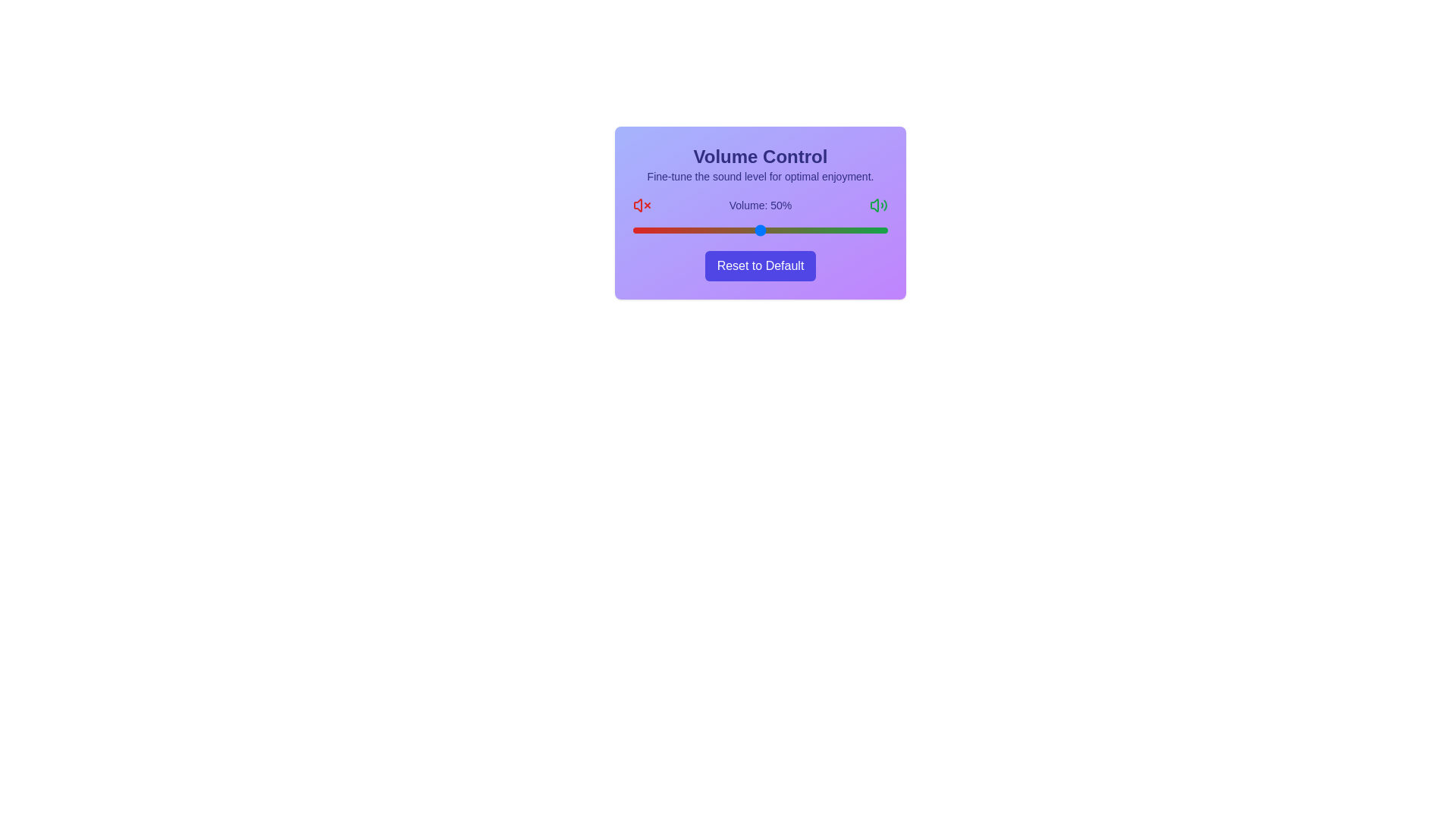 The width and height of the screenshot is (1456, 819). What do you see at coordinates (877, 231) in the screenshot?
I see `the volume slider to set the volume to 96%` at bounding box center [877, 231].